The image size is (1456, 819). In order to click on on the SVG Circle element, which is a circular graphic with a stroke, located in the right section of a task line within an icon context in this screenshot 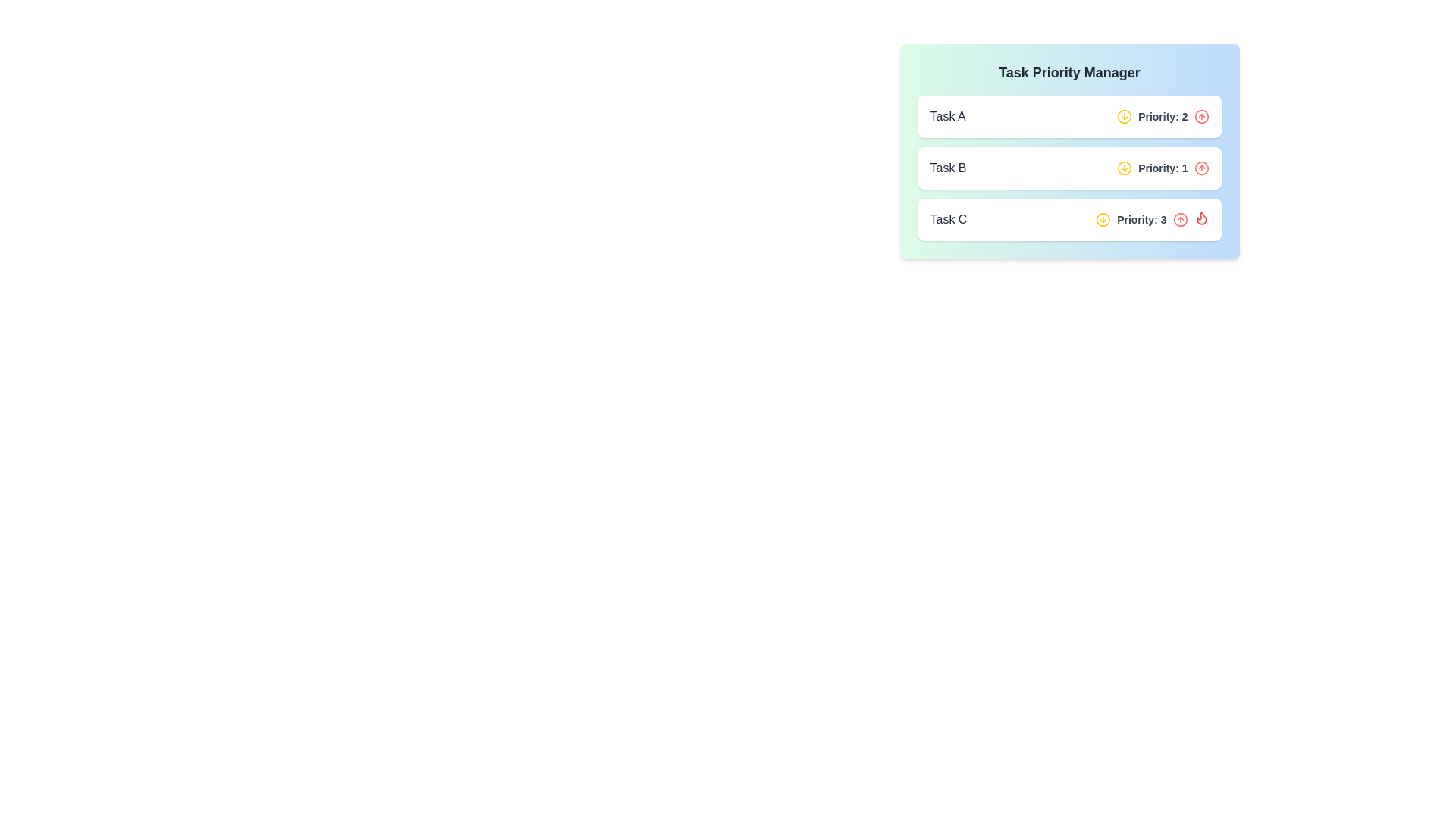, I will do `click(1103, 219)`.